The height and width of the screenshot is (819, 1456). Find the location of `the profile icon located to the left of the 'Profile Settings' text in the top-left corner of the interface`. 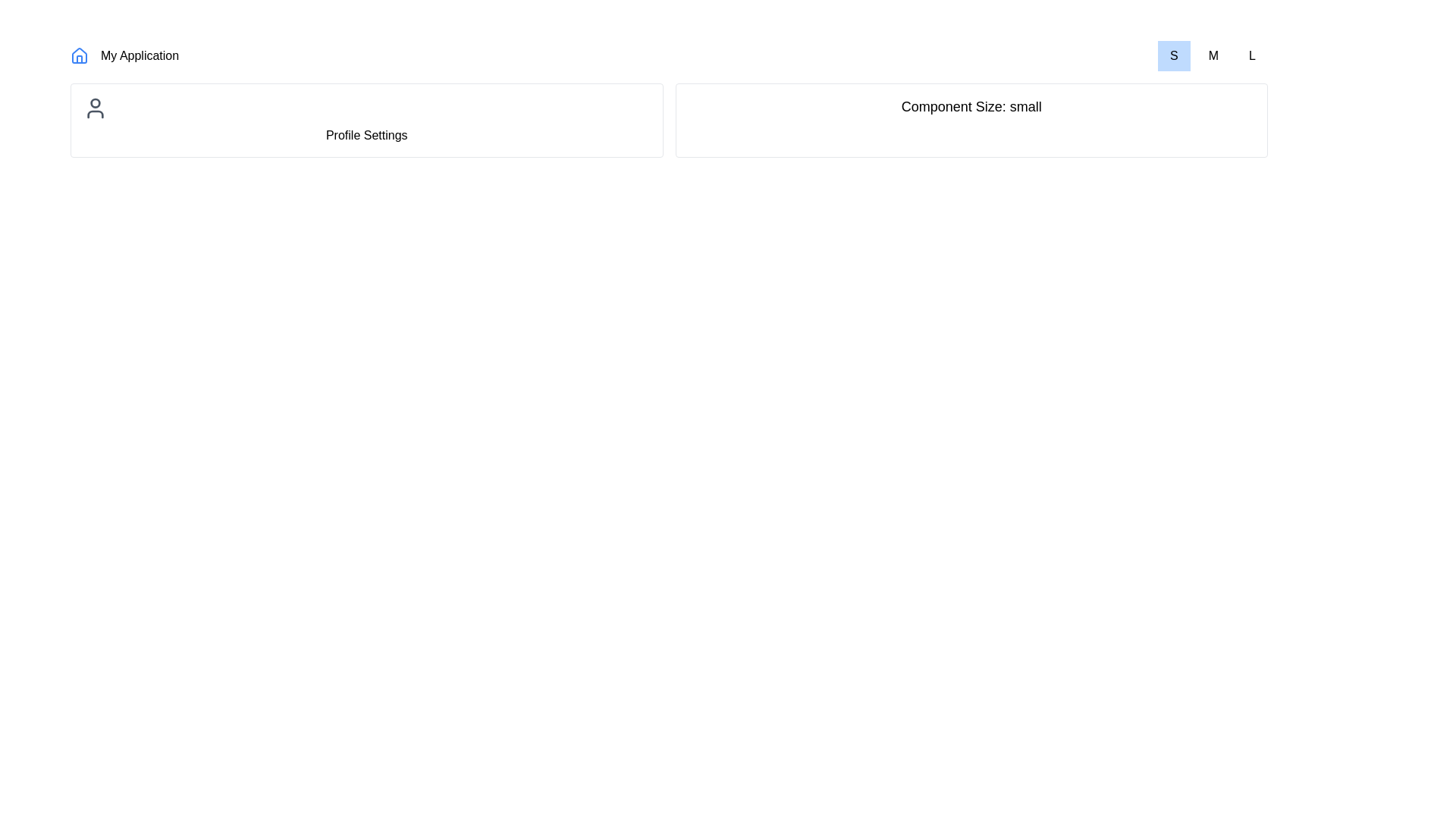

the profile icon located to the left of the 'Profile Settings' text in the top-left corner of the interface is located at coordinates (94, 107).